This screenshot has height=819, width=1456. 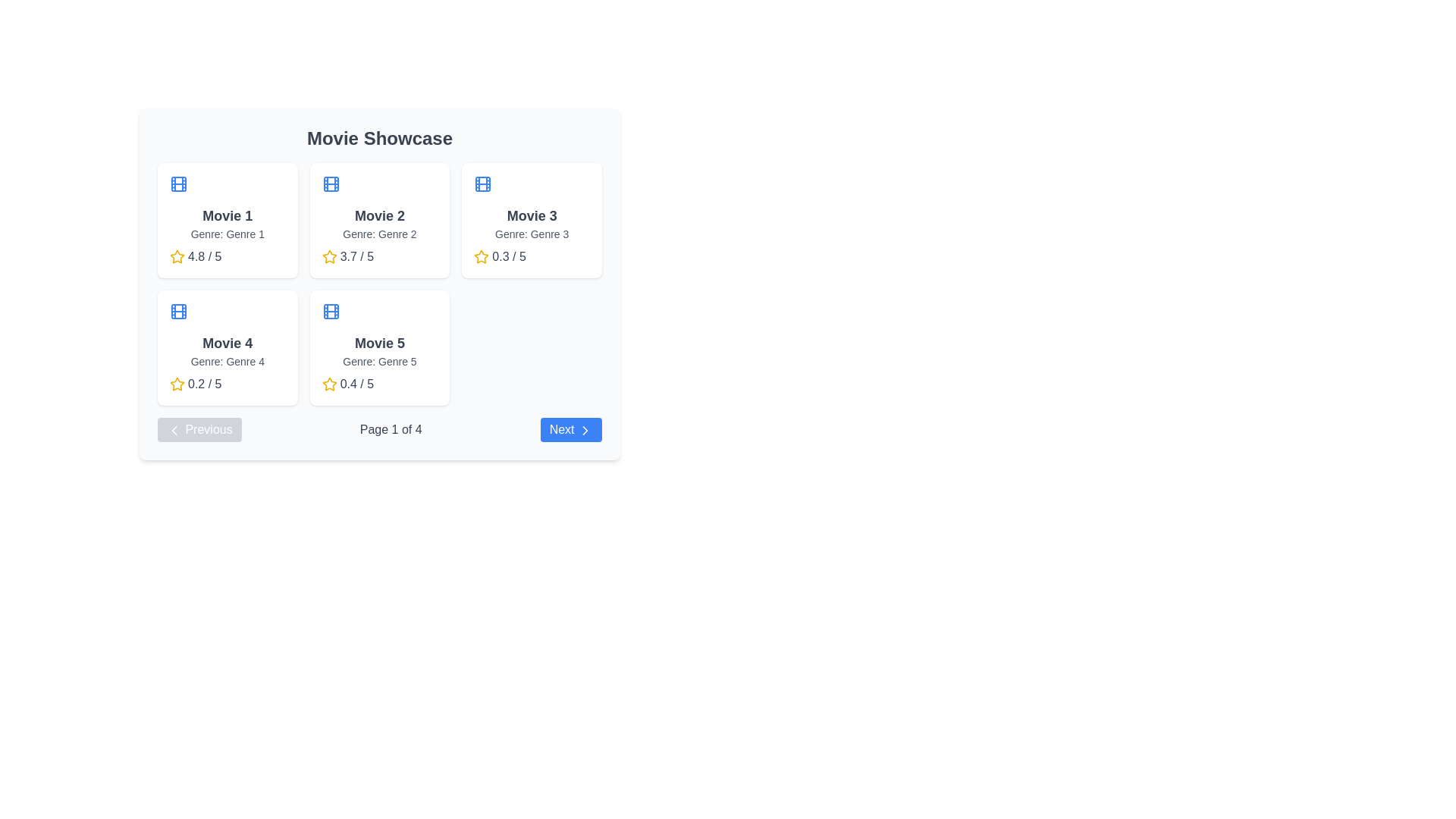 I want to click on genre information displayed in the text located beneath the title 'Movie 5' in the second column of the card, so click(x=379, y=362).